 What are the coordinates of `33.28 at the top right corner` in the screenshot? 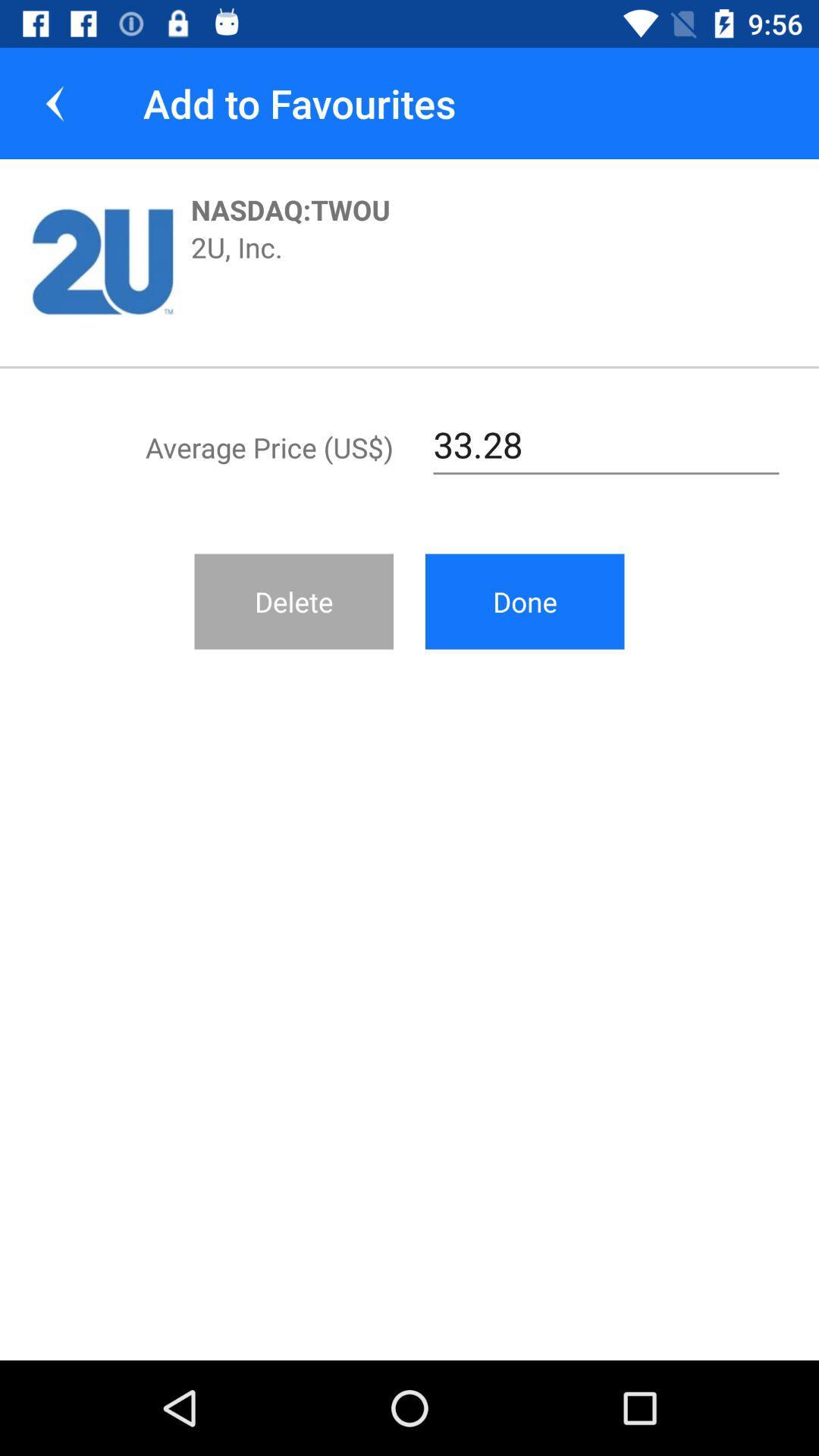 It's located at (605, 444).